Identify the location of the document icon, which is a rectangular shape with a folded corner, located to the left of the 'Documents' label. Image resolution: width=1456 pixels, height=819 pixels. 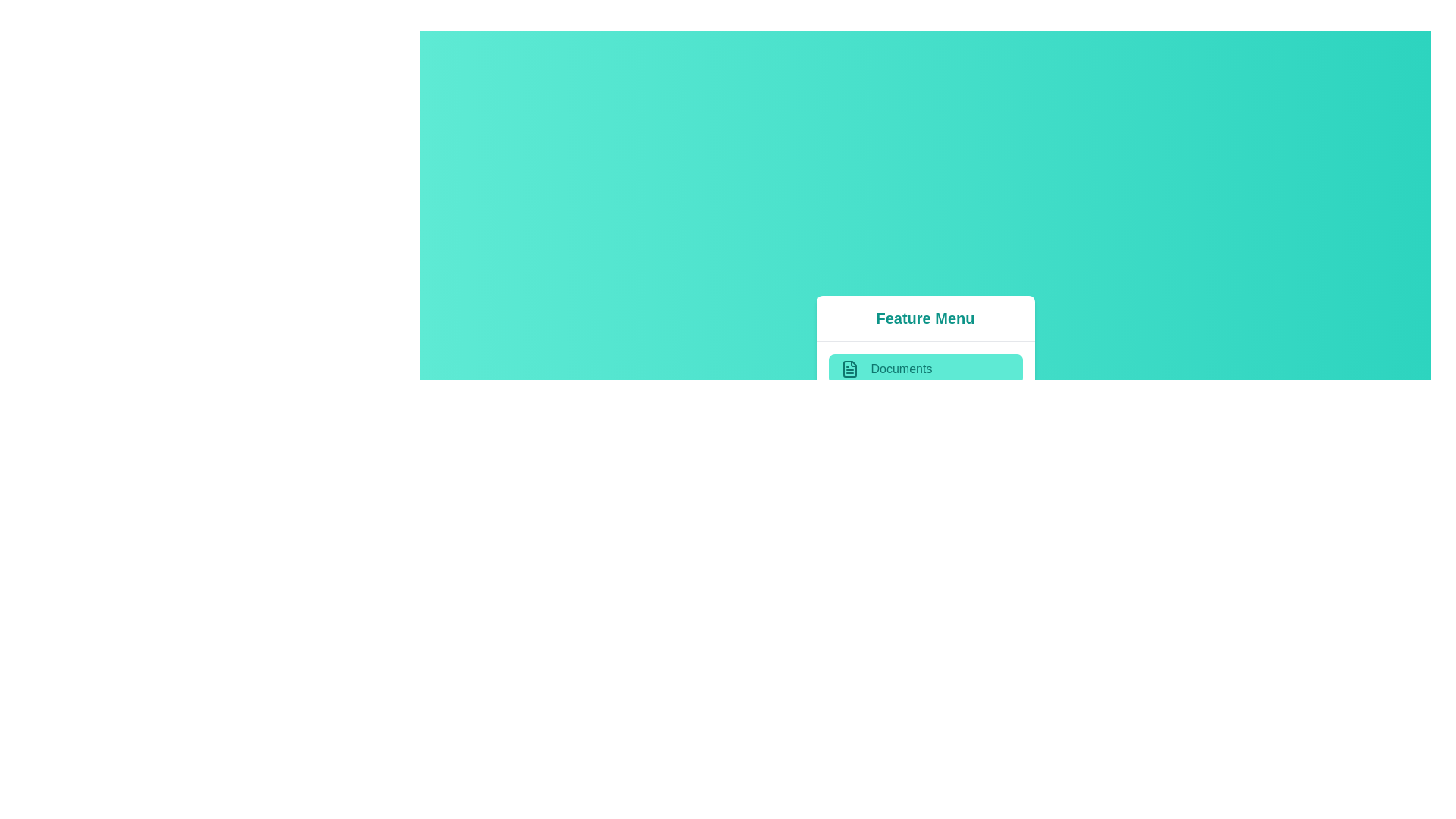
(849, 369).